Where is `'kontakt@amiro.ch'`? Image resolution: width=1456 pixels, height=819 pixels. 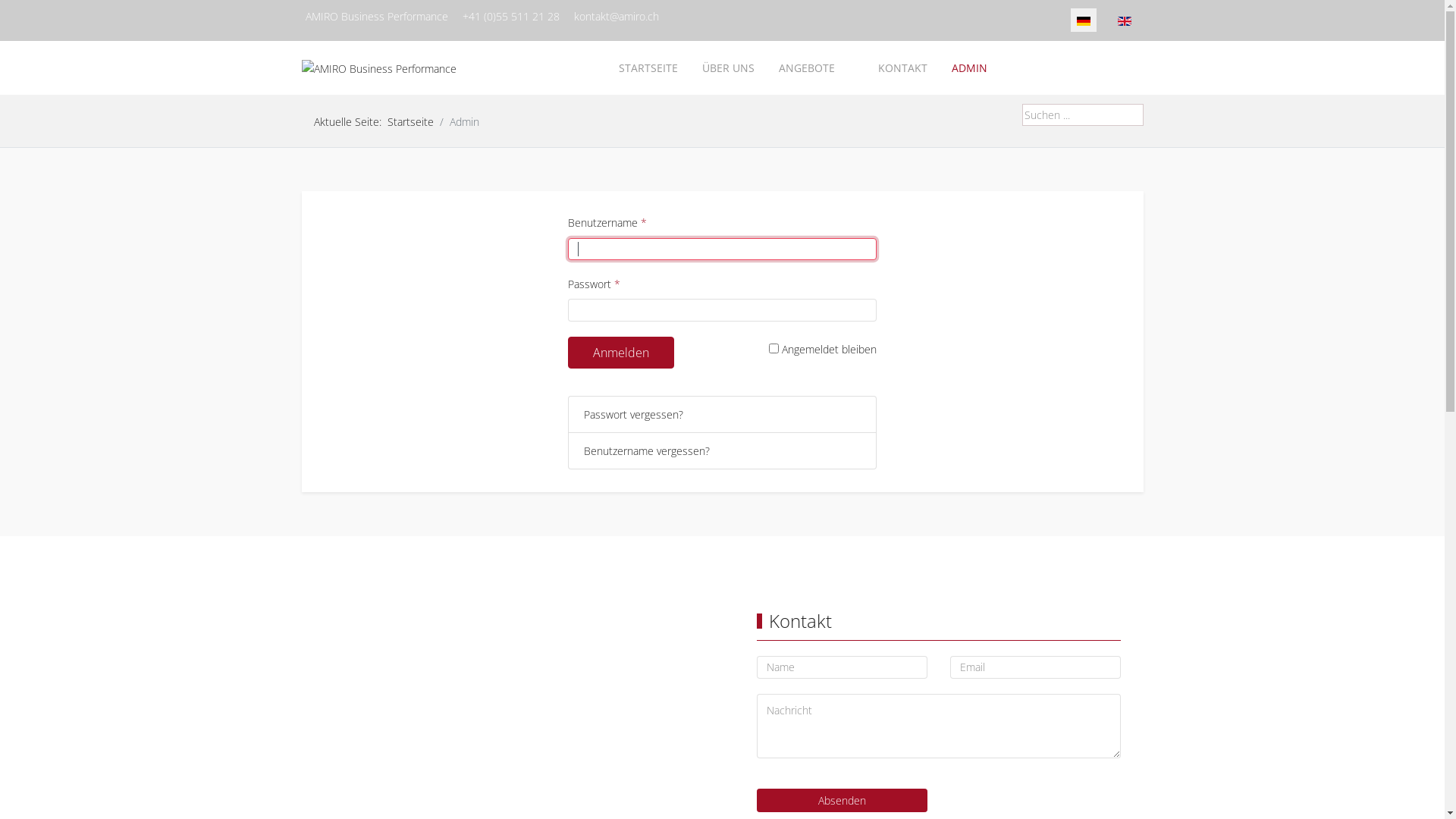
'kontakt@amiro.ch' is located at coordinates (615, 16).